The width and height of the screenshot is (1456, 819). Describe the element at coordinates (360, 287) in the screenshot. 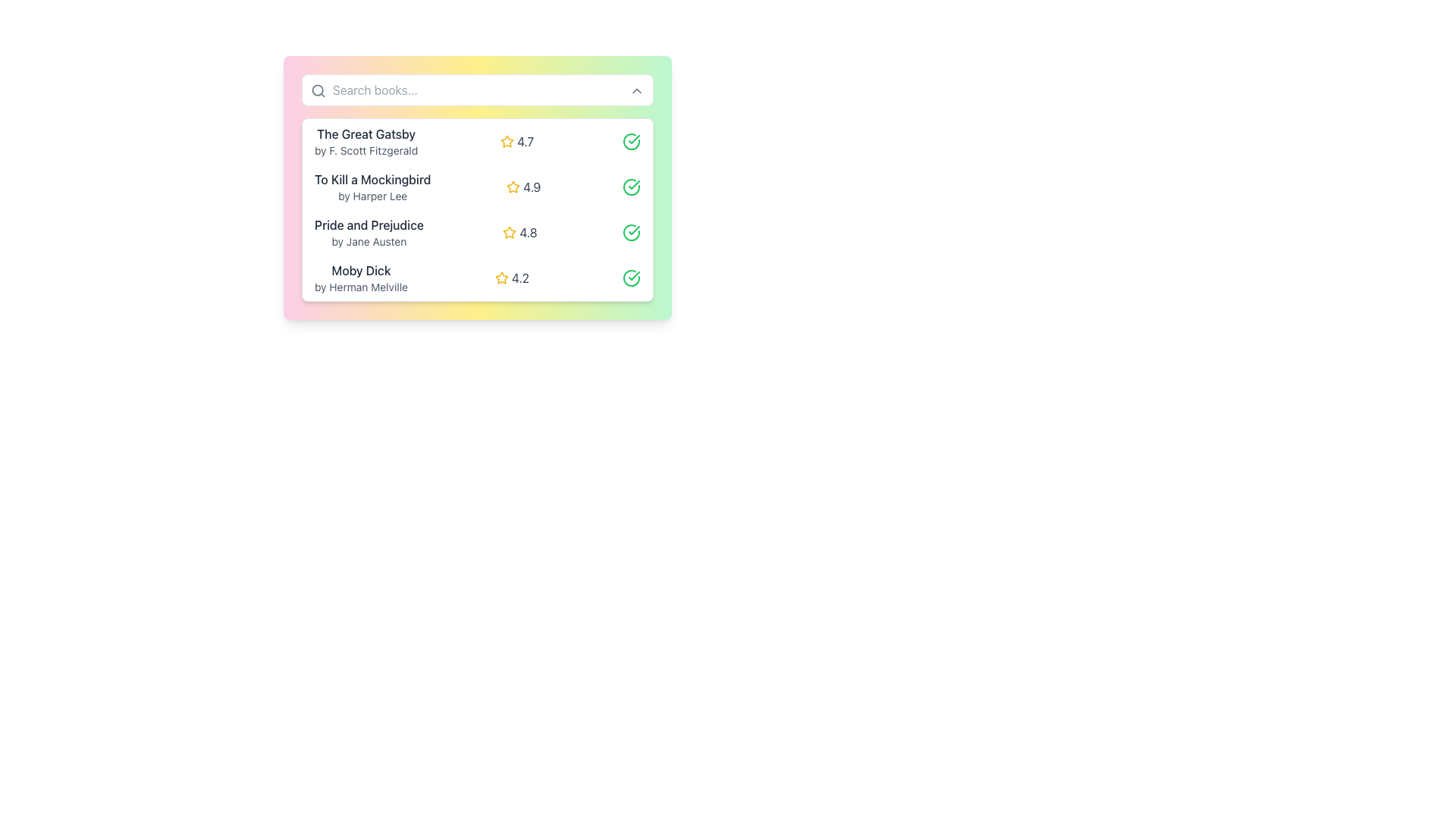

I see `the text label displaying 'by Herman Melville' located below the title 'Moby Dick' in the list of books` at that location.